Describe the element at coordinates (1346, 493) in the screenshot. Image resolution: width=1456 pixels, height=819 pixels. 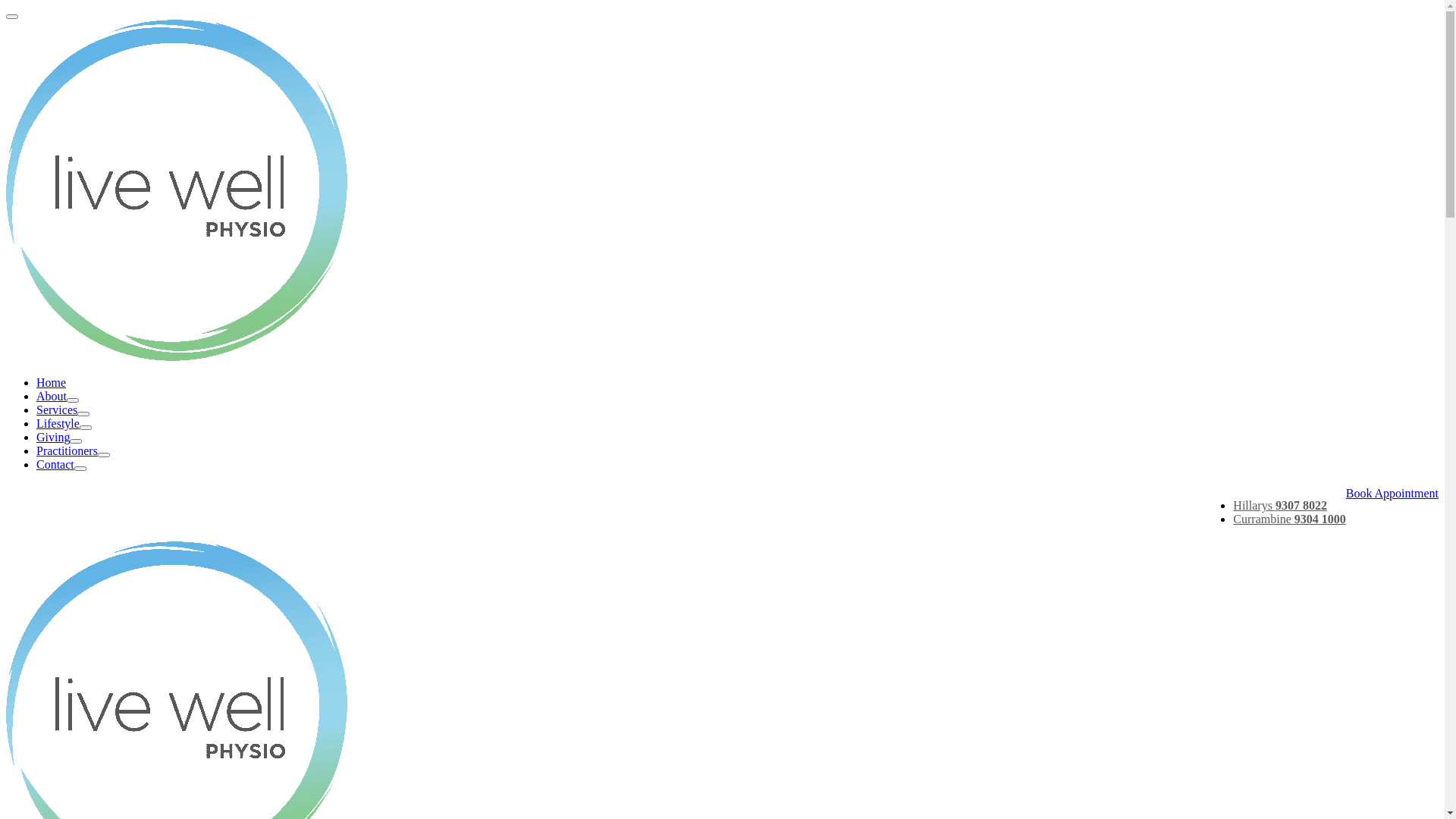
I see `'Book Appointment'` at that location.